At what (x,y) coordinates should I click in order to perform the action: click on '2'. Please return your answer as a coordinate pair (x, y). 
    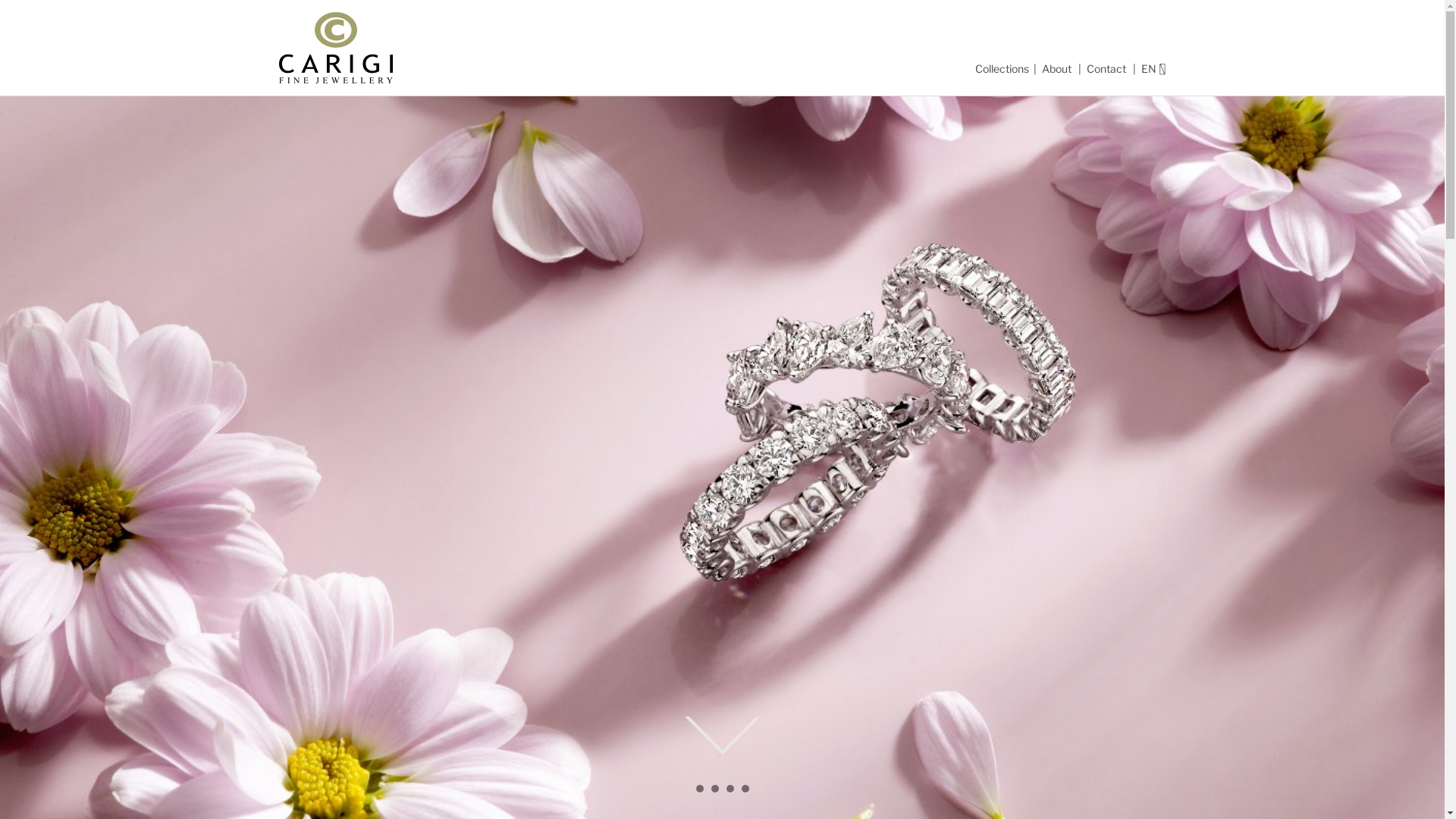
    Looking at the image, I should click on (710, 792).